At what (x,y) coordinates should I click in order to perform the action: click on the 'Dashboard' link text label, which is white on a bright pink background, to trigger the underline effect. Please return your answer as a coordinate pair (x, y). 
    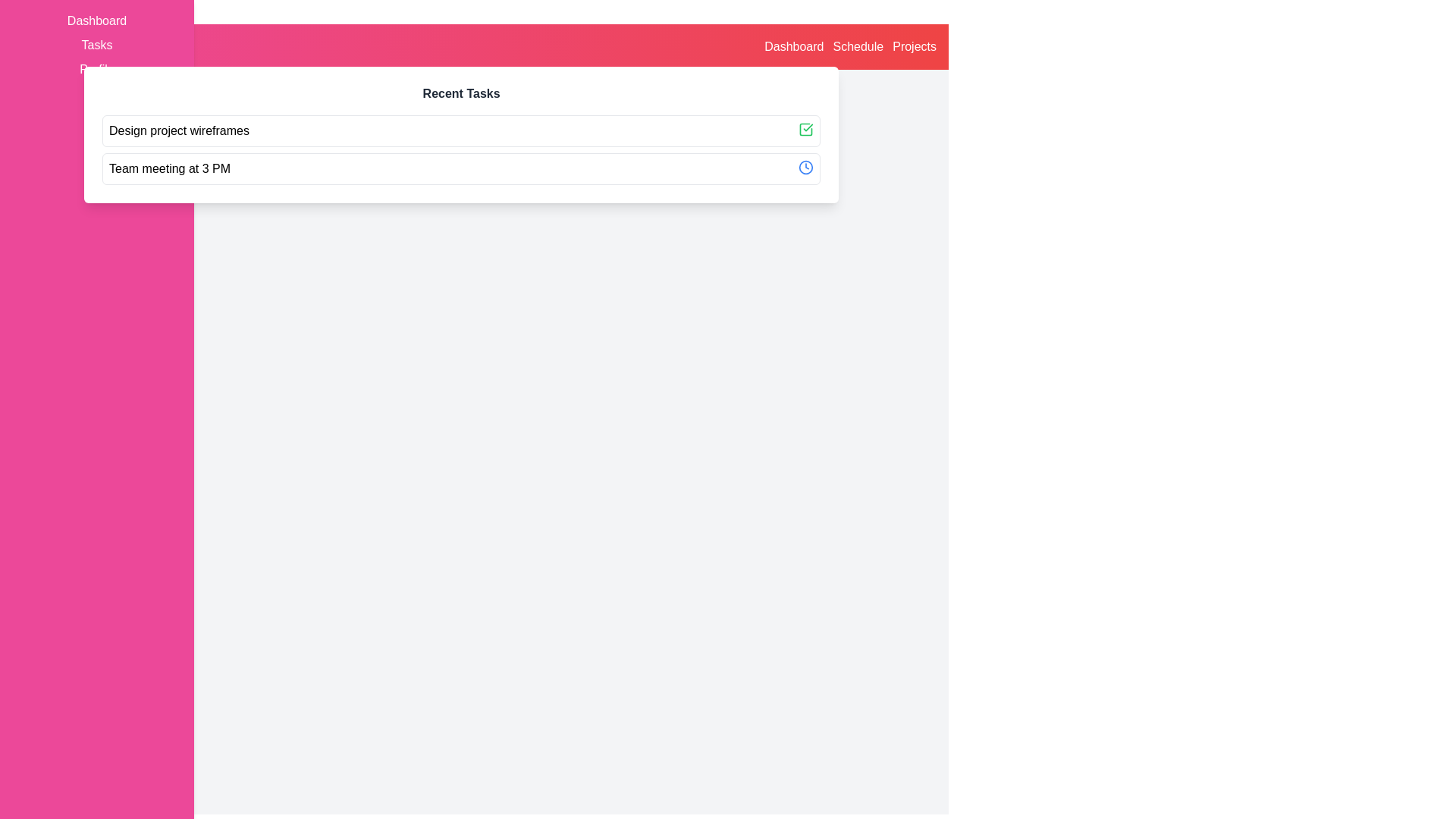
    Looking at the image, I should click on (96, 20).